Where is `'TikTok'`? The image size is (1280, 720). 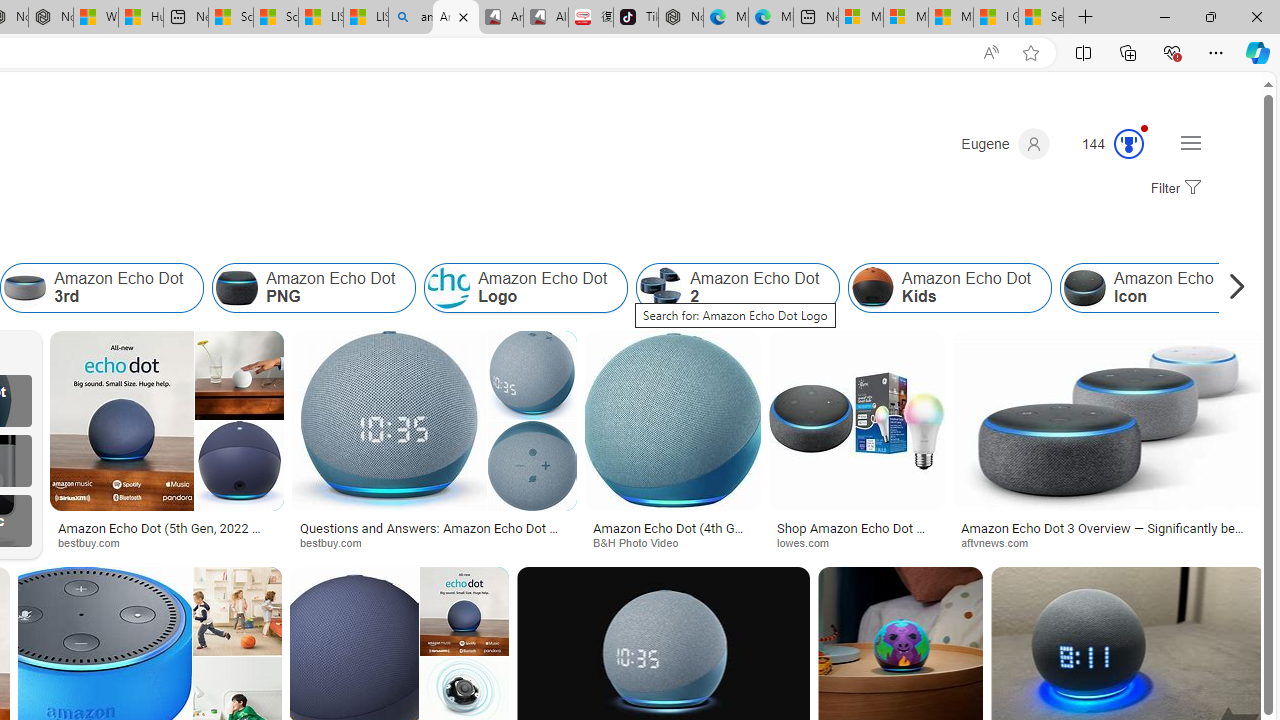 'TikTok' is located at coordinates (635, 17).